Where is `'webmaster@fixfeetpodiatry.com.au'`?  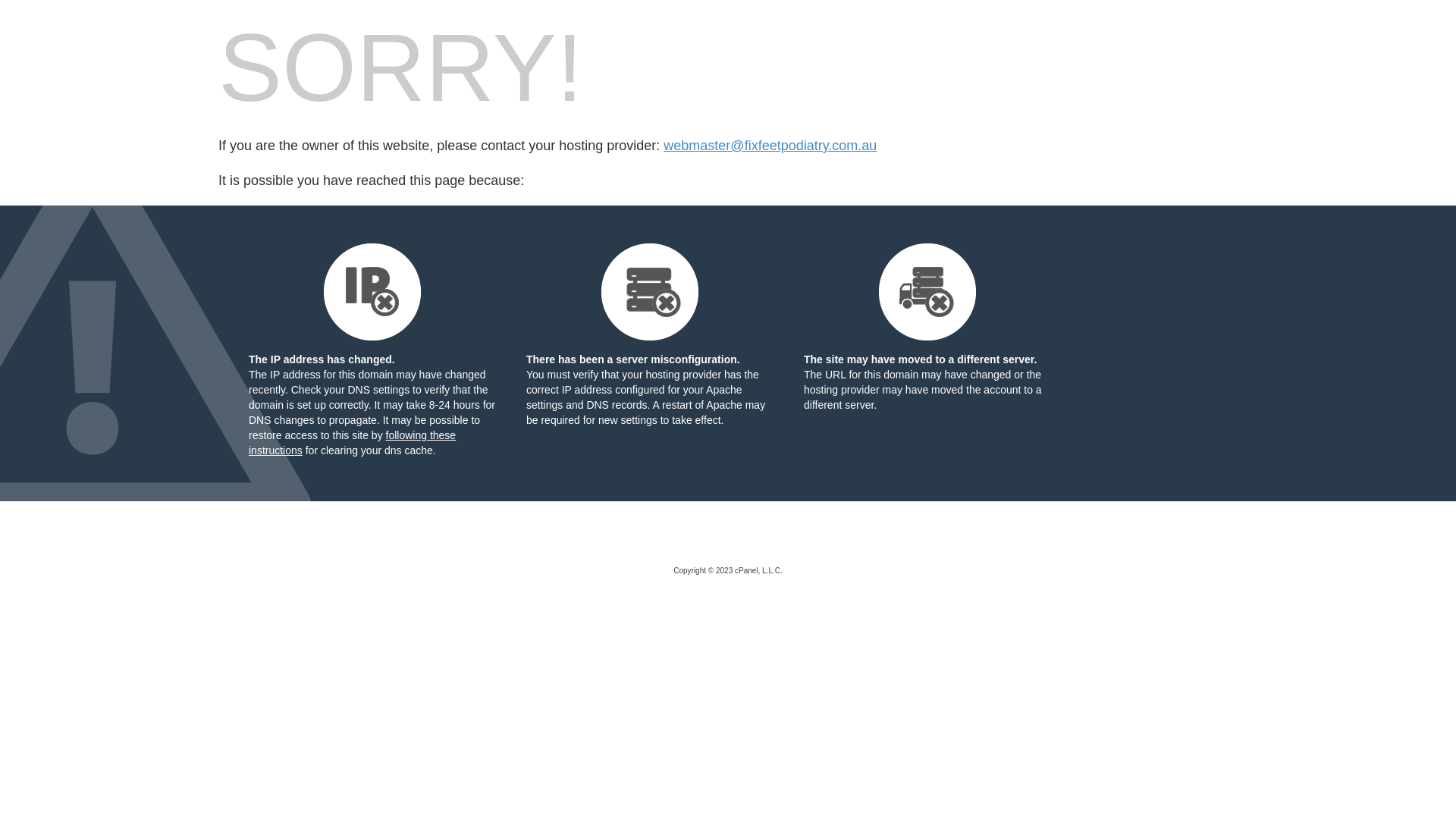
'webmaster@fixfeetpodiatry.com.au' is located at coordinates (770, 146).